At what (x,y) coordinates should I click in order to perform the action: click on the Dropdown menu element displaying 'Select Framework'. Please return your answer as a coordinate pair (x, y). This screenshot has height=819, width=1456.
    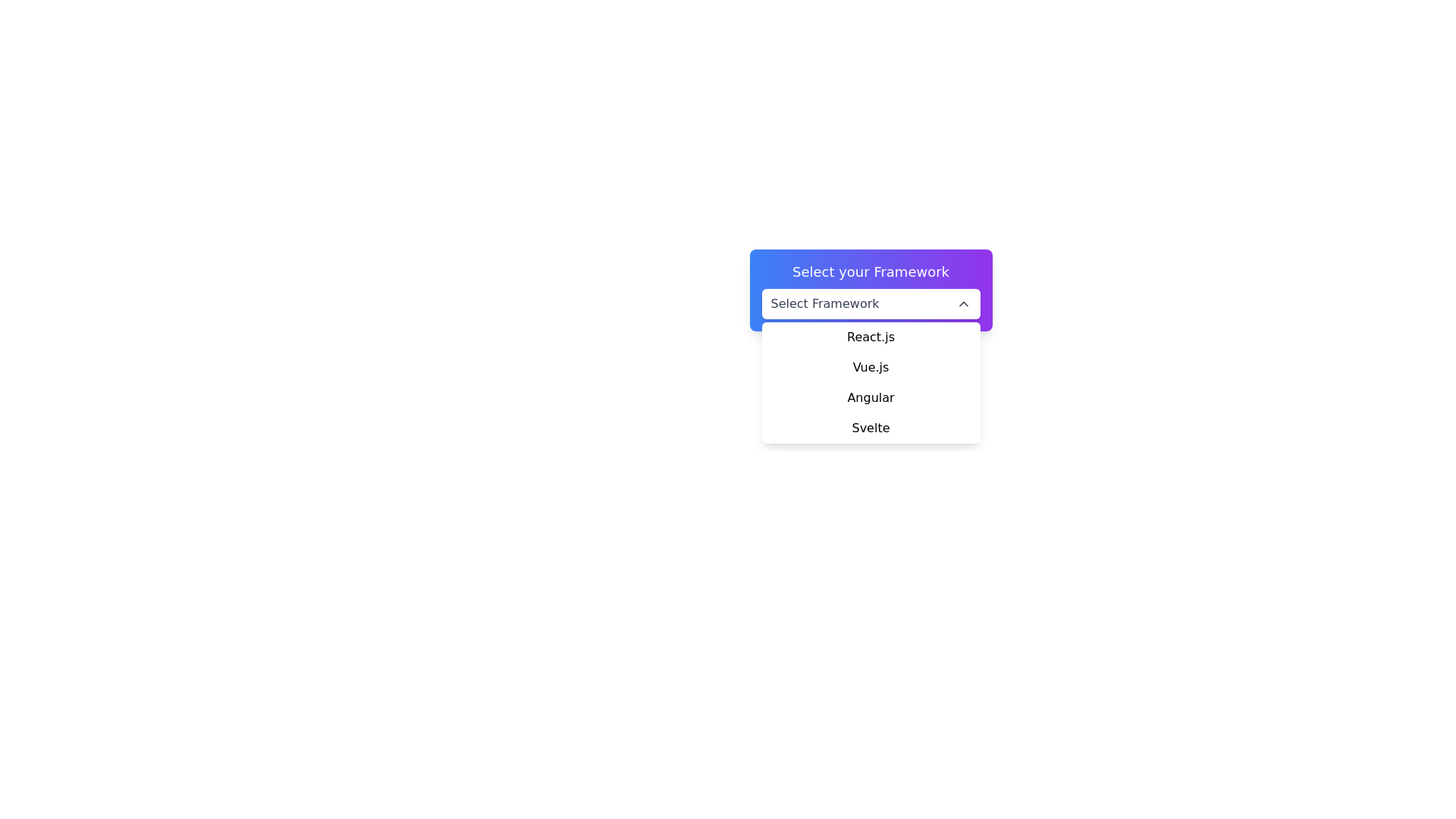
    Looking at the image, I should click on (871, 304).